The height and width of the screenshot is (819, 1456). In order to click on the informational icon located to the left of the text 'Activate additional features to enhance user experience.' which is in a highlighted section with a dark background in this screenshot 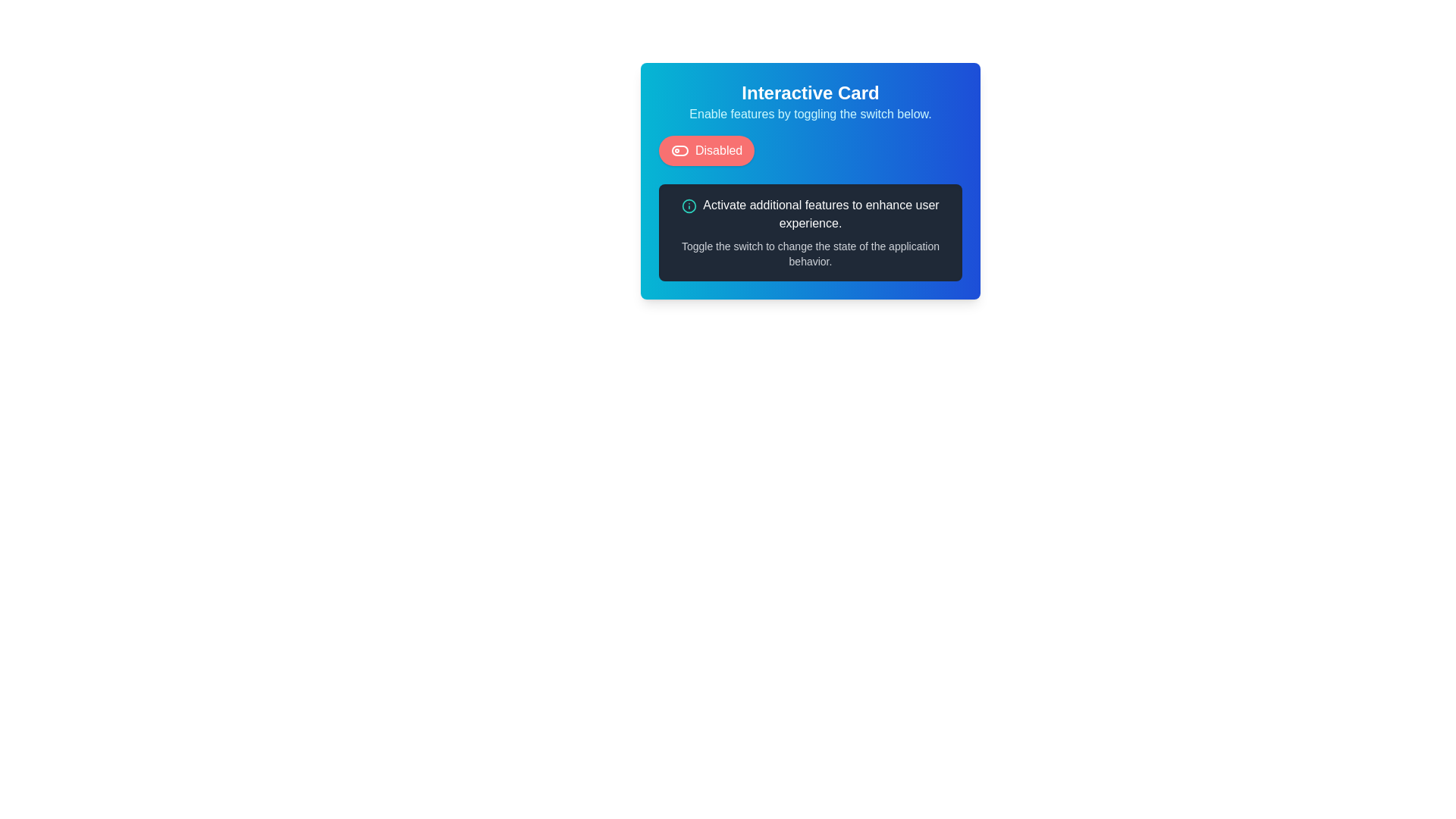, I will do `click(689, 206)`.